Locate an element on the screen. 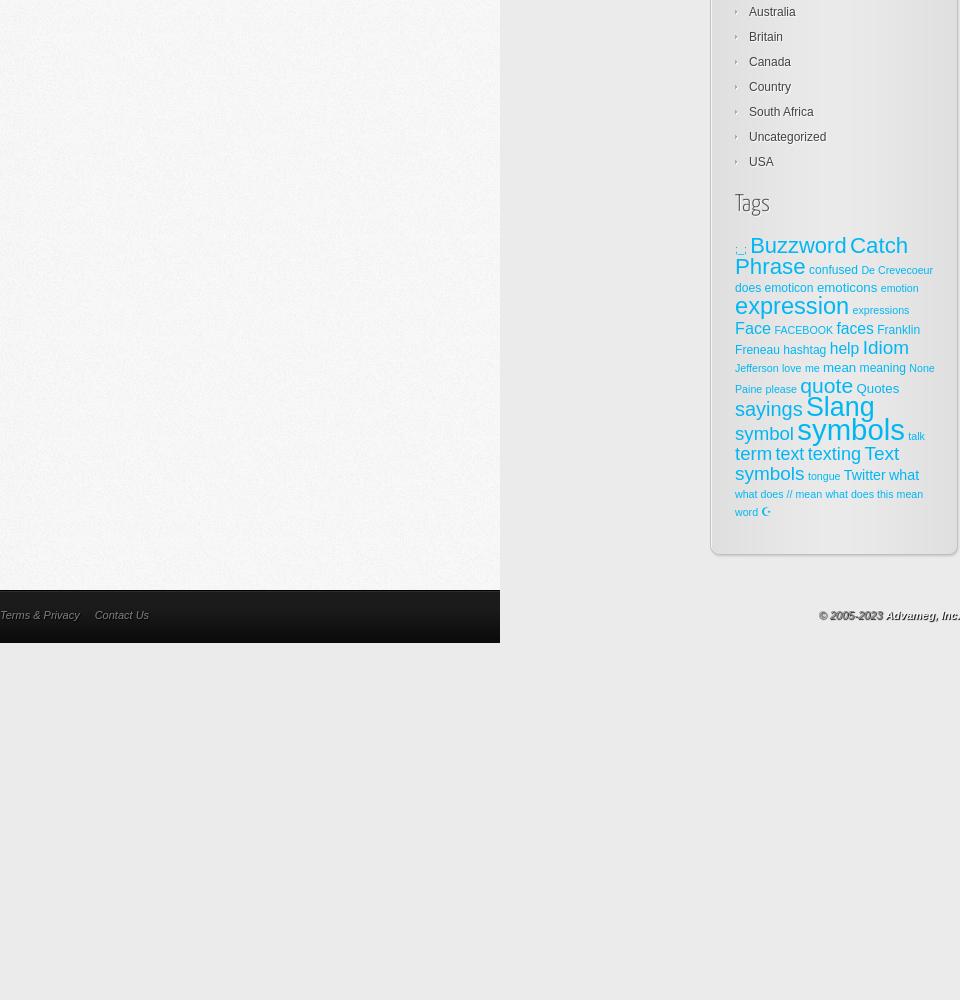  'Text symbols' is located at coordinates (733, 462).